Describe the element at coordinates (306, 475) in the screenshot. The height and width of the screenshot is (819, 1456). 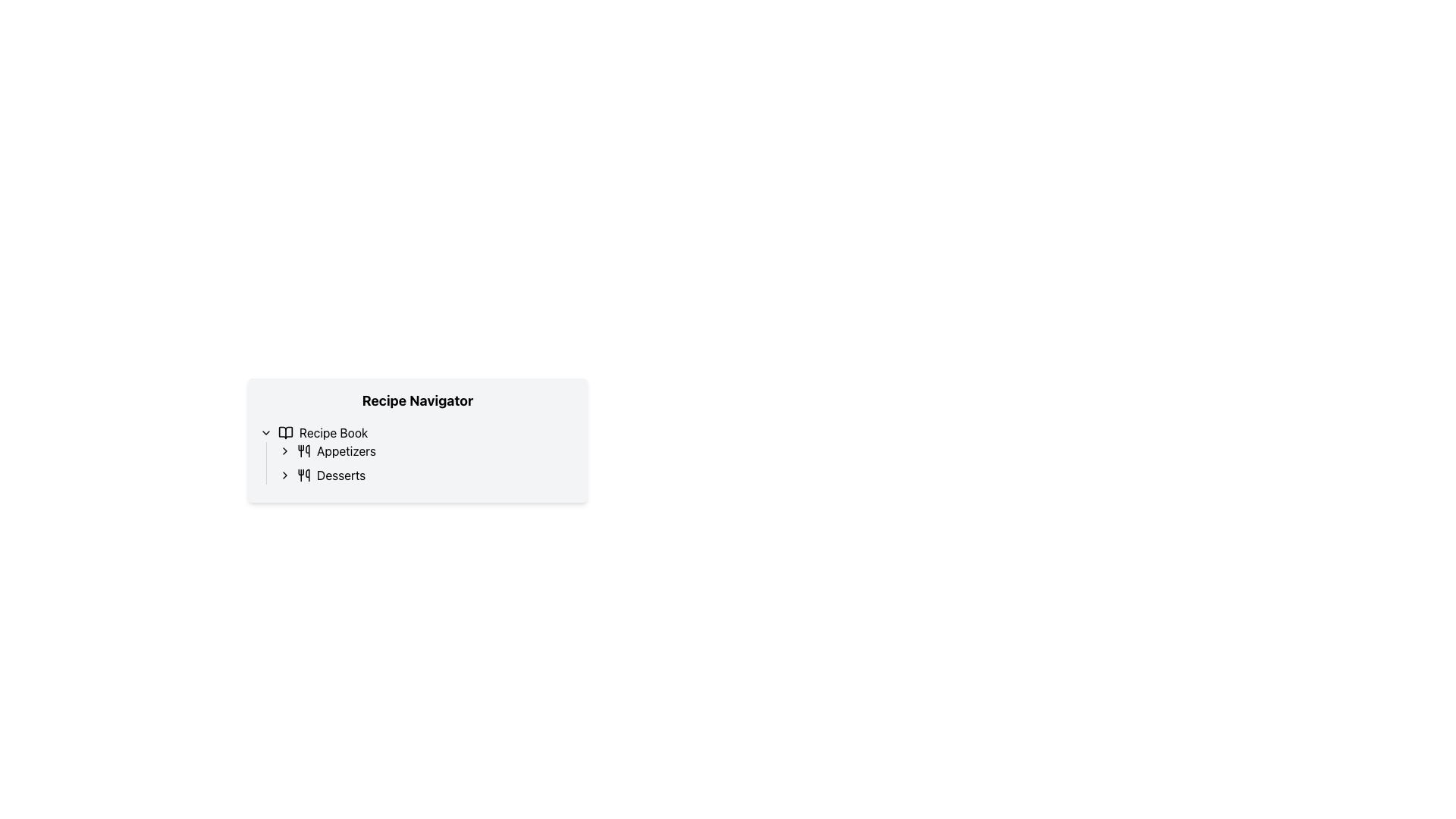
I see `the graphical icon component resembling a culinary utensil, located within the 'Recipe Navigator' for the 'Desserts' category` at that location.